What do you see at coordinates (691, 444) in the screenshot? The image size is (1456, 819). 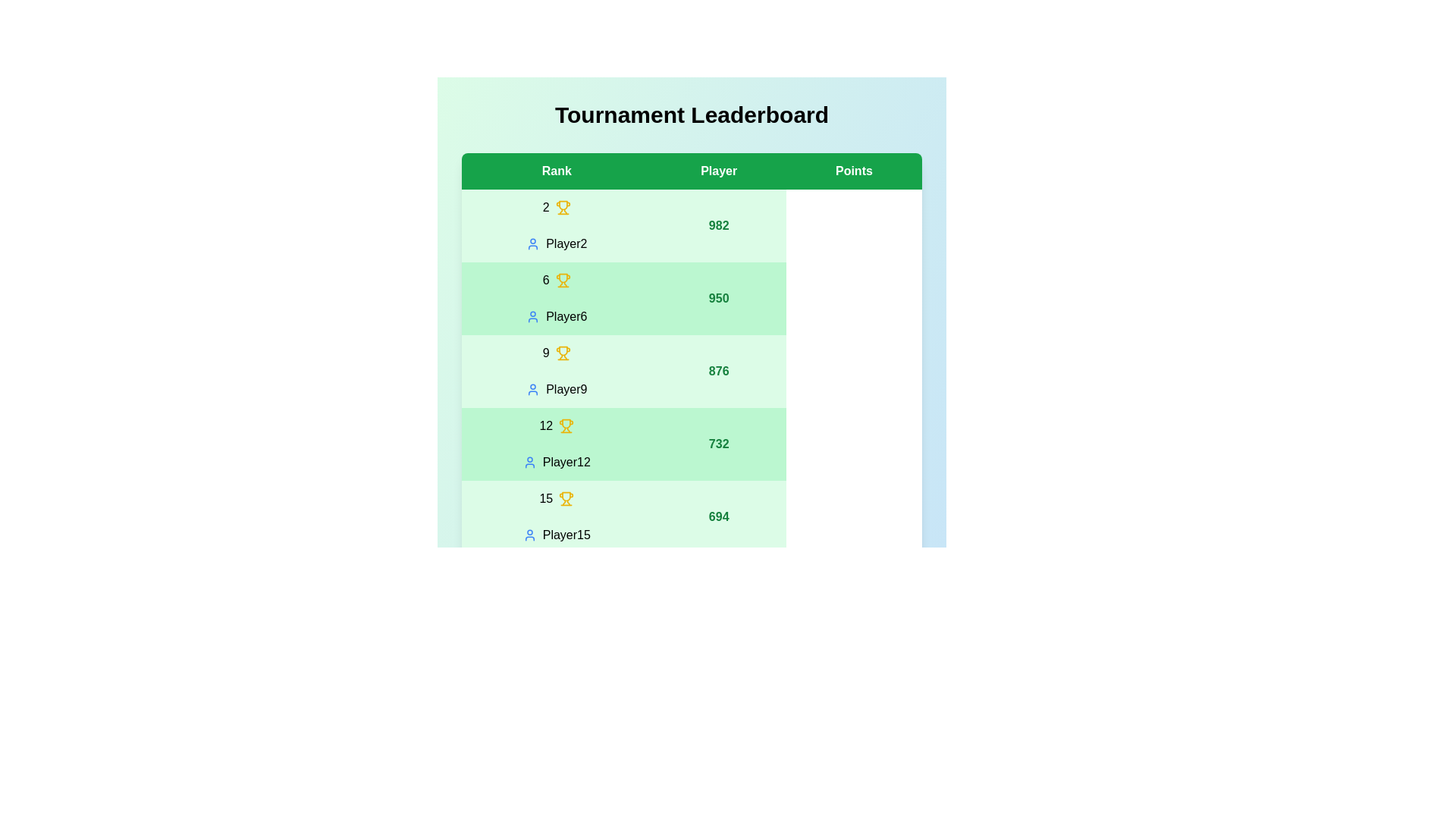 I see `the row corresponding to rank 12` at bounding box center [691, 444].